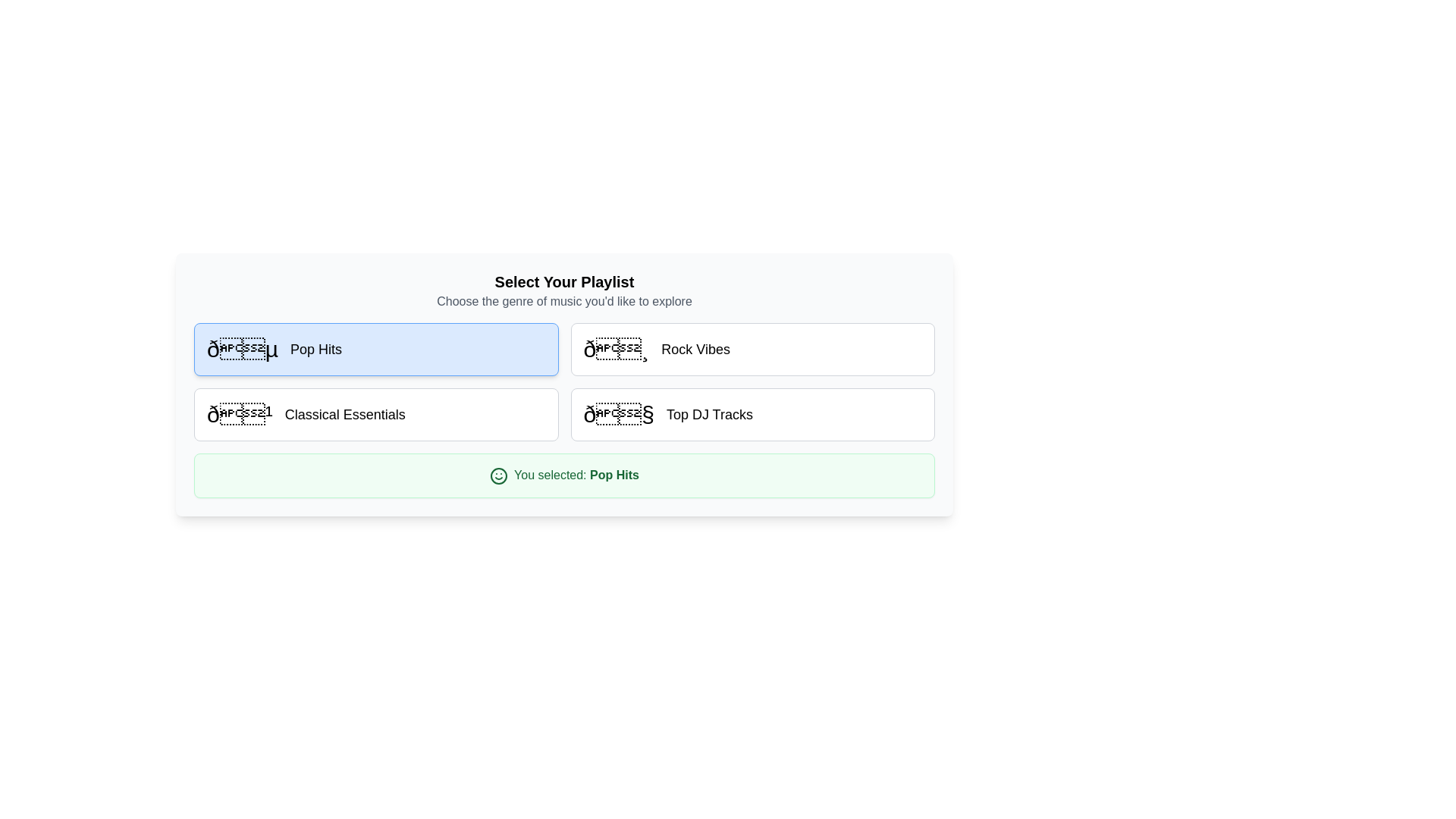 This screenshot has height=819, width=1456. I want to click on text label that reads 'Classical Essentials', which is prominently styled in a larger font and bold weight, located in the second row of the left column, next to a musical note icon, so click(344, 415).